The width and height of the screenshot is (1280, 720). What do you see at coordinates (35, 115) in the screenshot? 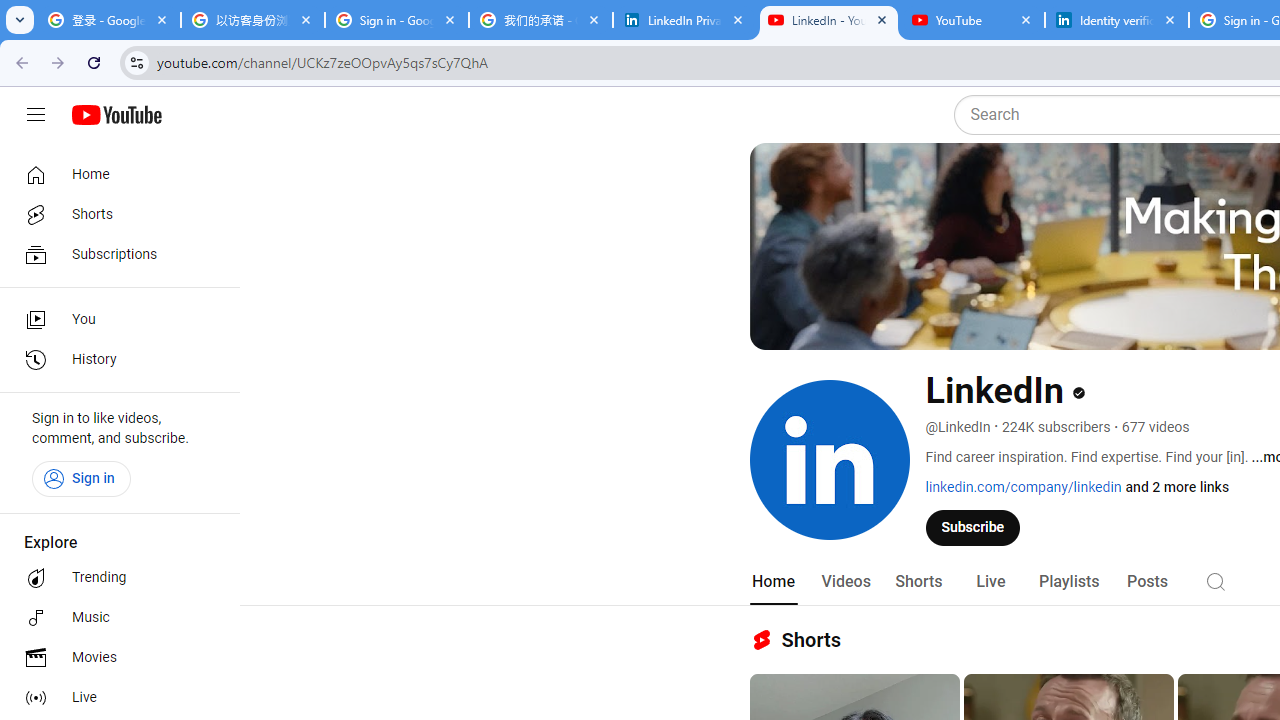
I see `'Guide'` at bounding box center [35, 115].